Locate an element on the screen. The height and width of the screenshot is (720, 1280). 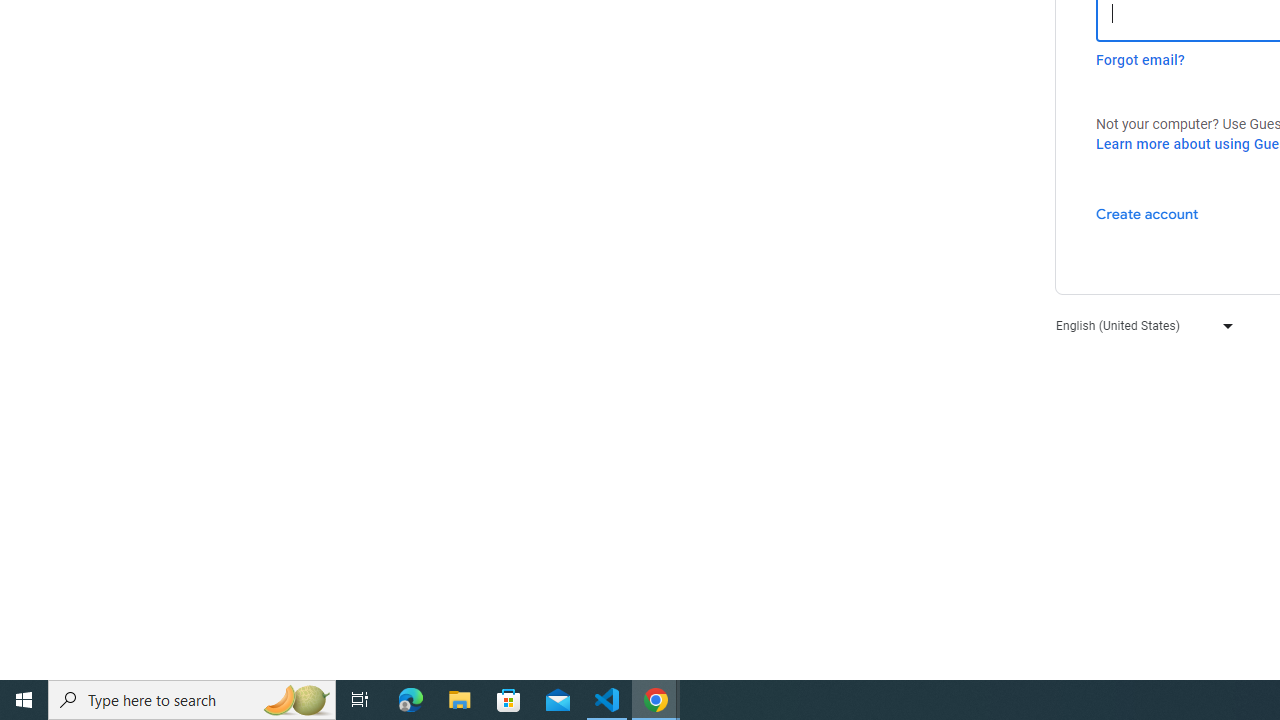
'Forgot email?' is located at coordinates (1140, 59).